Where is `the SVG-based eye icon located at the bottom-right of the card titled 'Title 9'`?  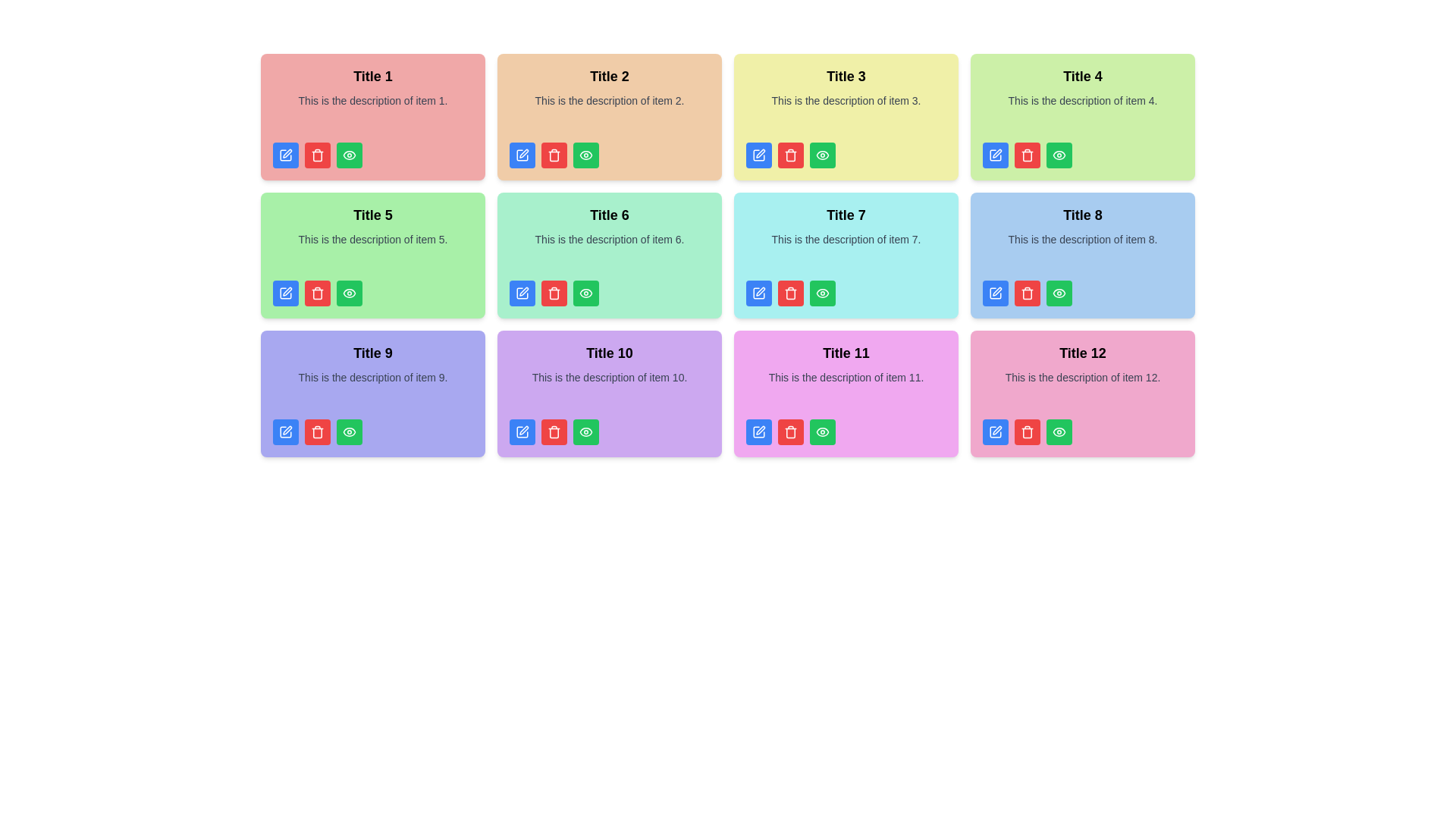
the SVG-based eye icon located at the bottom-right of the card titled 'Title 9' is located at coordinates (348, 431).